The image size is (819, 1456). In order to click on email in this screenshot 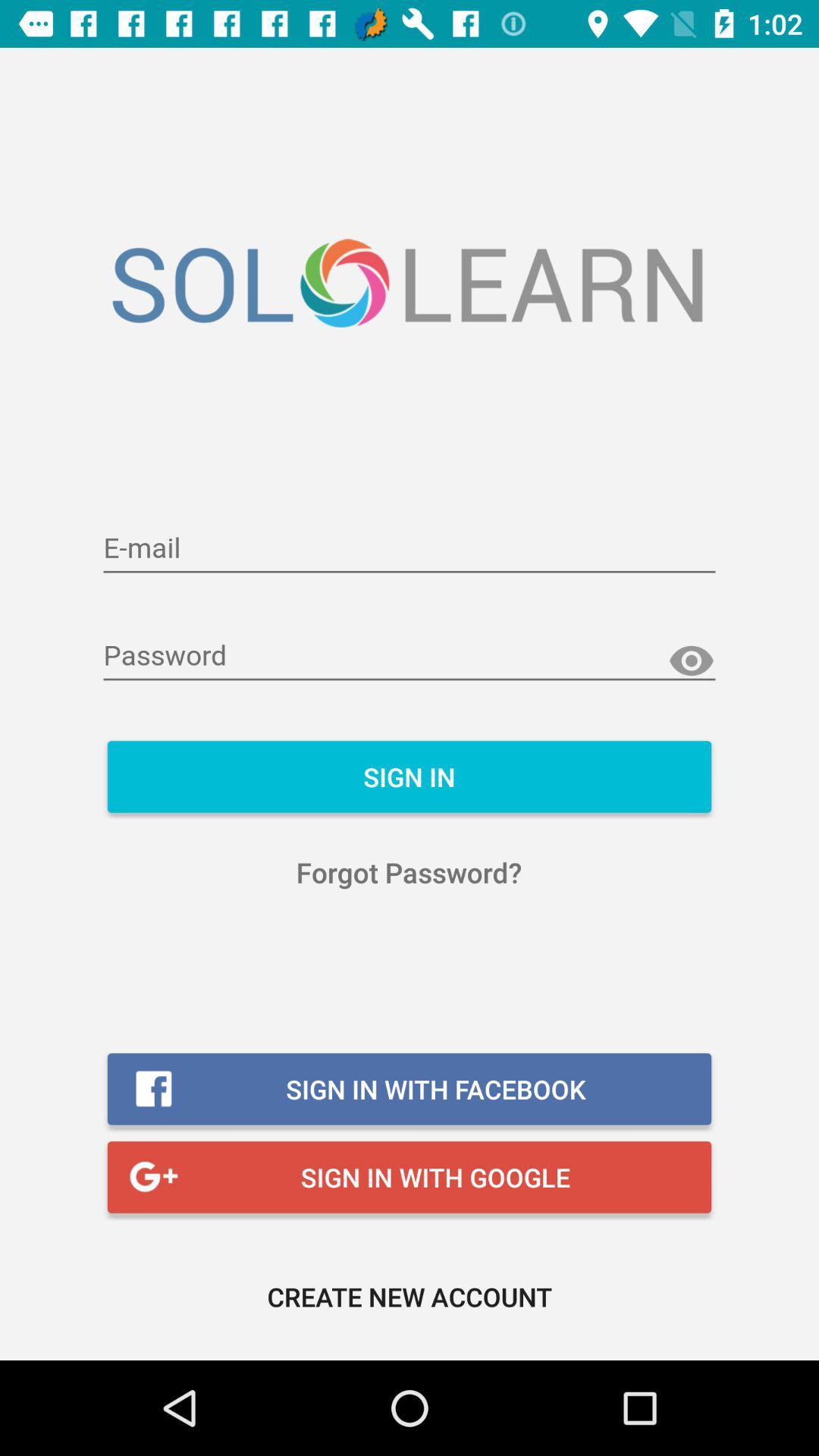, I will do `click(409, 548)`.